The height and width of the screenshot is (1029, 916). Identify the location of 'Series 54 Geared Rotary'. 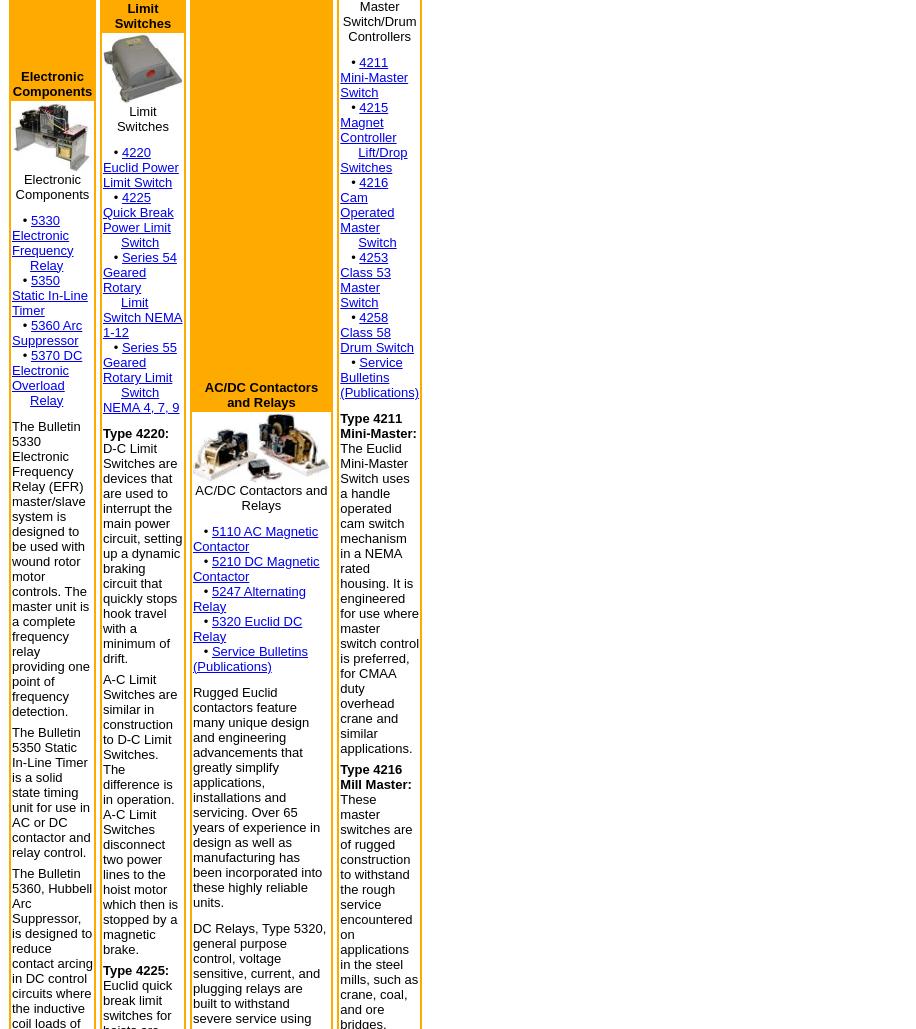
(138, 271).